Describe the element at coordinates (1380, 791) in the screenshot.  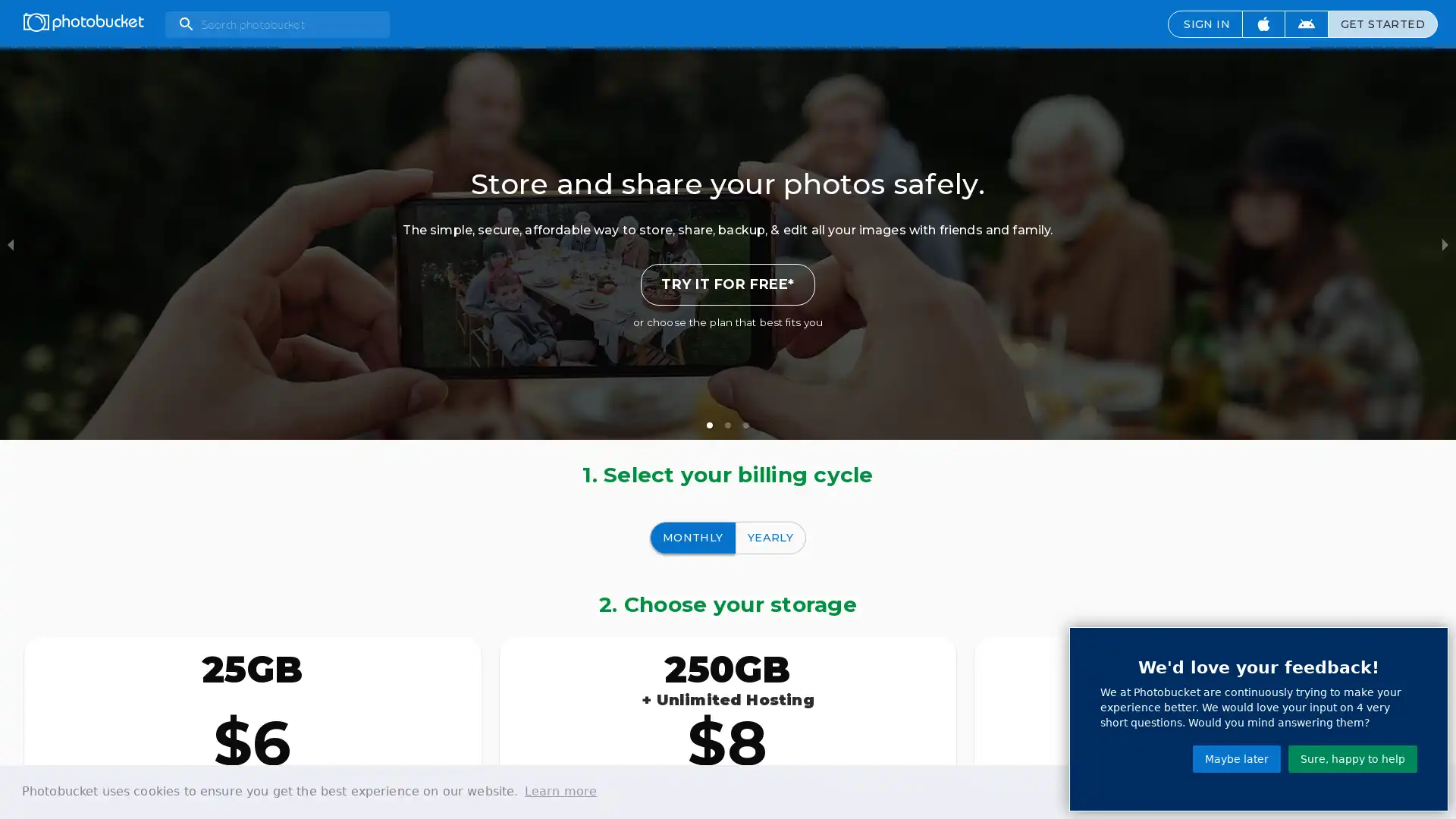
I see `dismiss cookie message` at that location.